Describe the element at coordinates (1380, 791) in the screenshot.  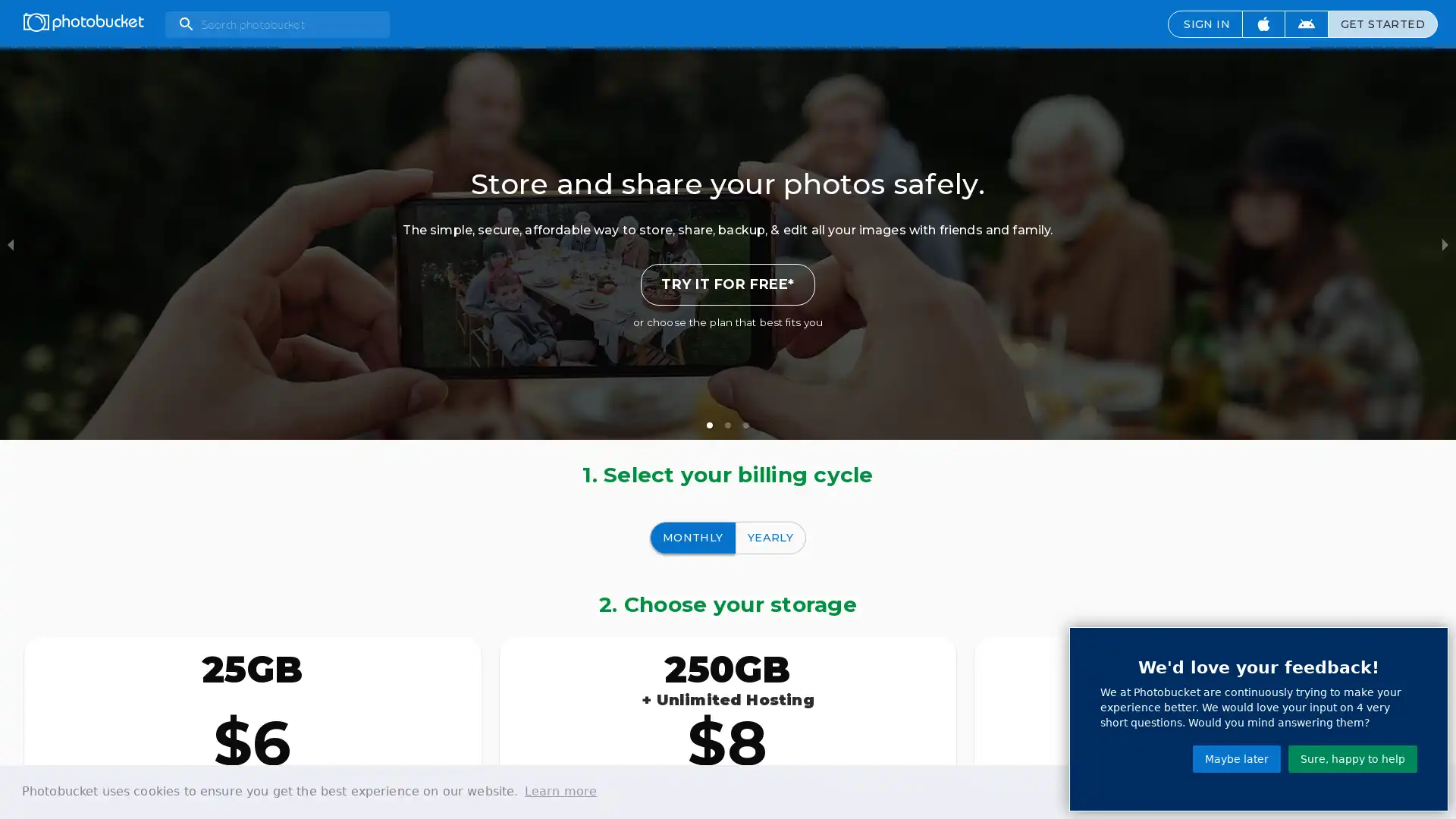
I see `dismiss cookie message` at that location.